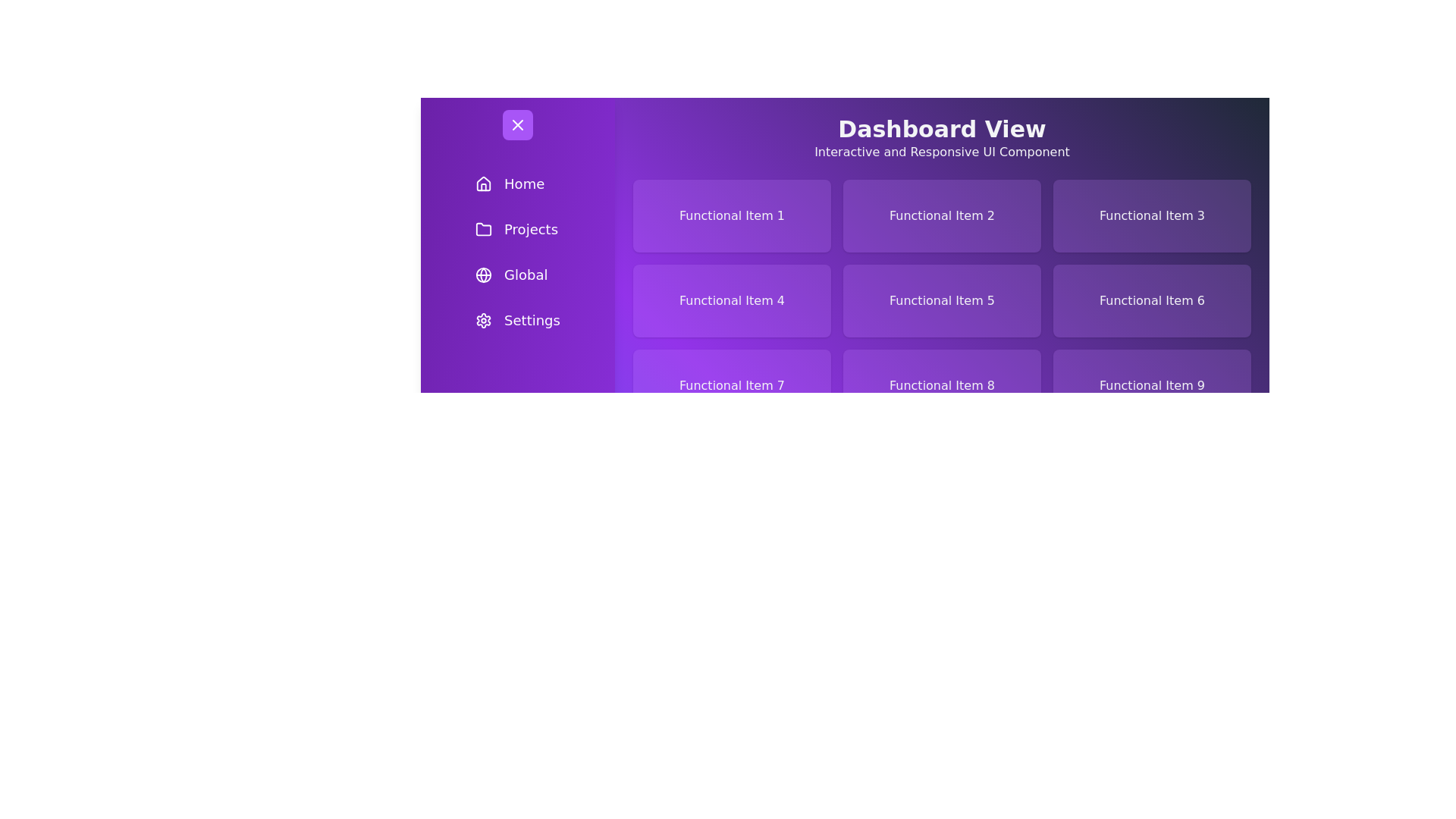 This screenshot has width=1456, height=819. Describe the element at coordinates (517, 275) in the screenshot. I see `the menu item labeled Global to navigate` at that location.